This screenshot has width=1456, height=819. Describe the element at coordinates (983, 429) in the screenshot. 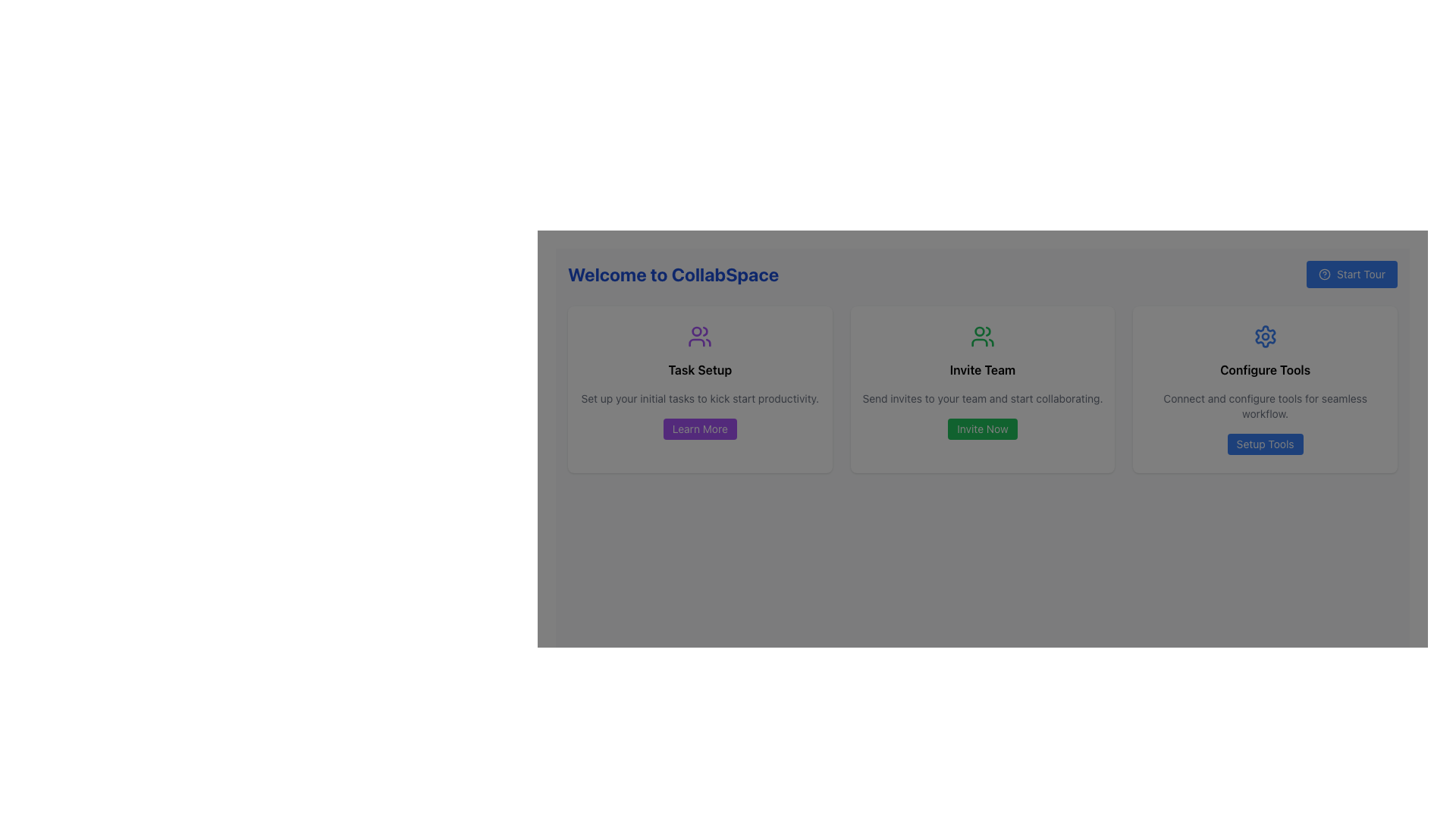

I see `the green 'Invite Now' button located at the bottom of the 'Invite Team' card` at that location.